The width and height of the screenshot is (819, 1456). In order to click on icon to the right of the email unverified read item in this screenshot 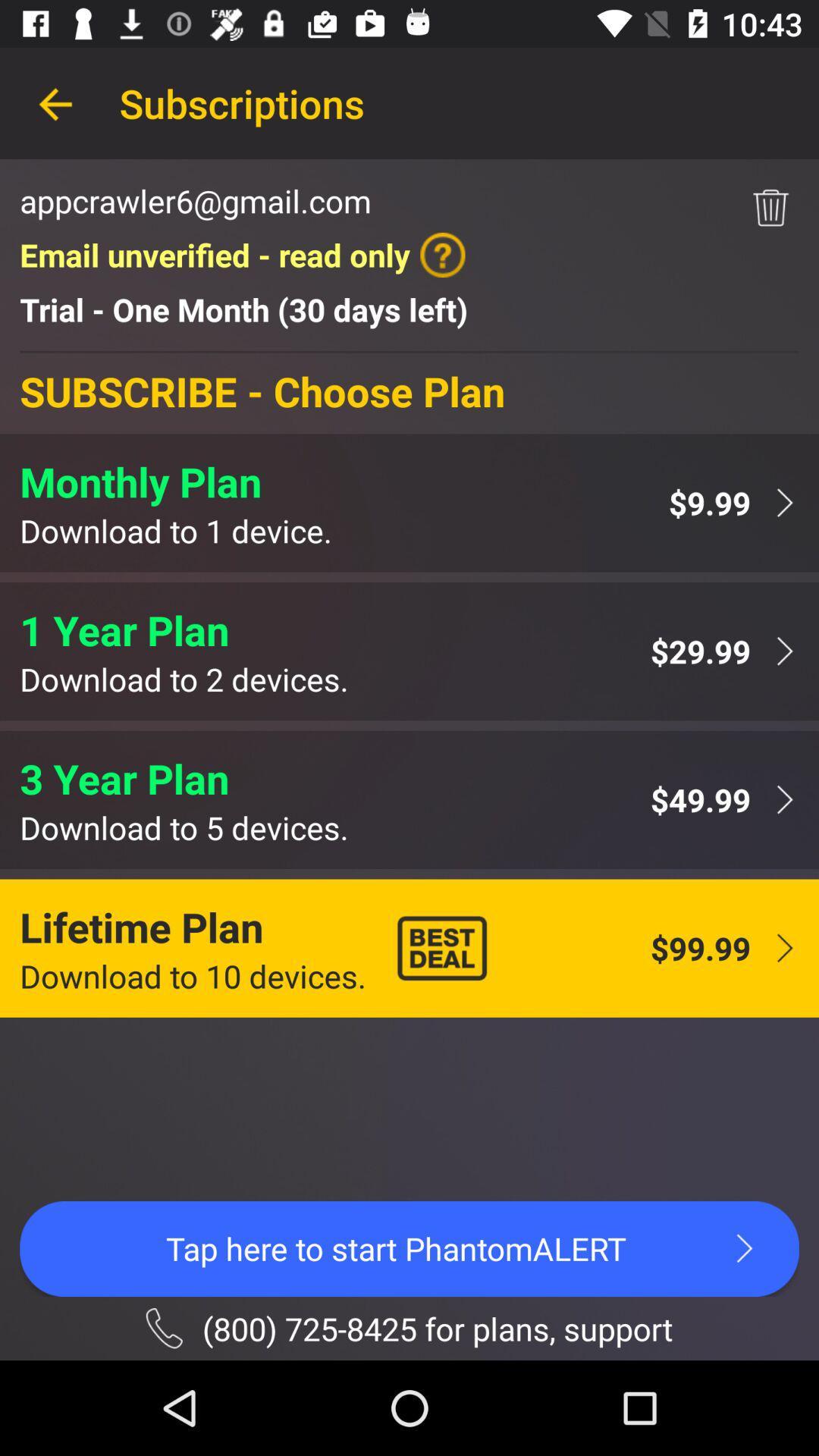, I will do `click(770, 207)`.